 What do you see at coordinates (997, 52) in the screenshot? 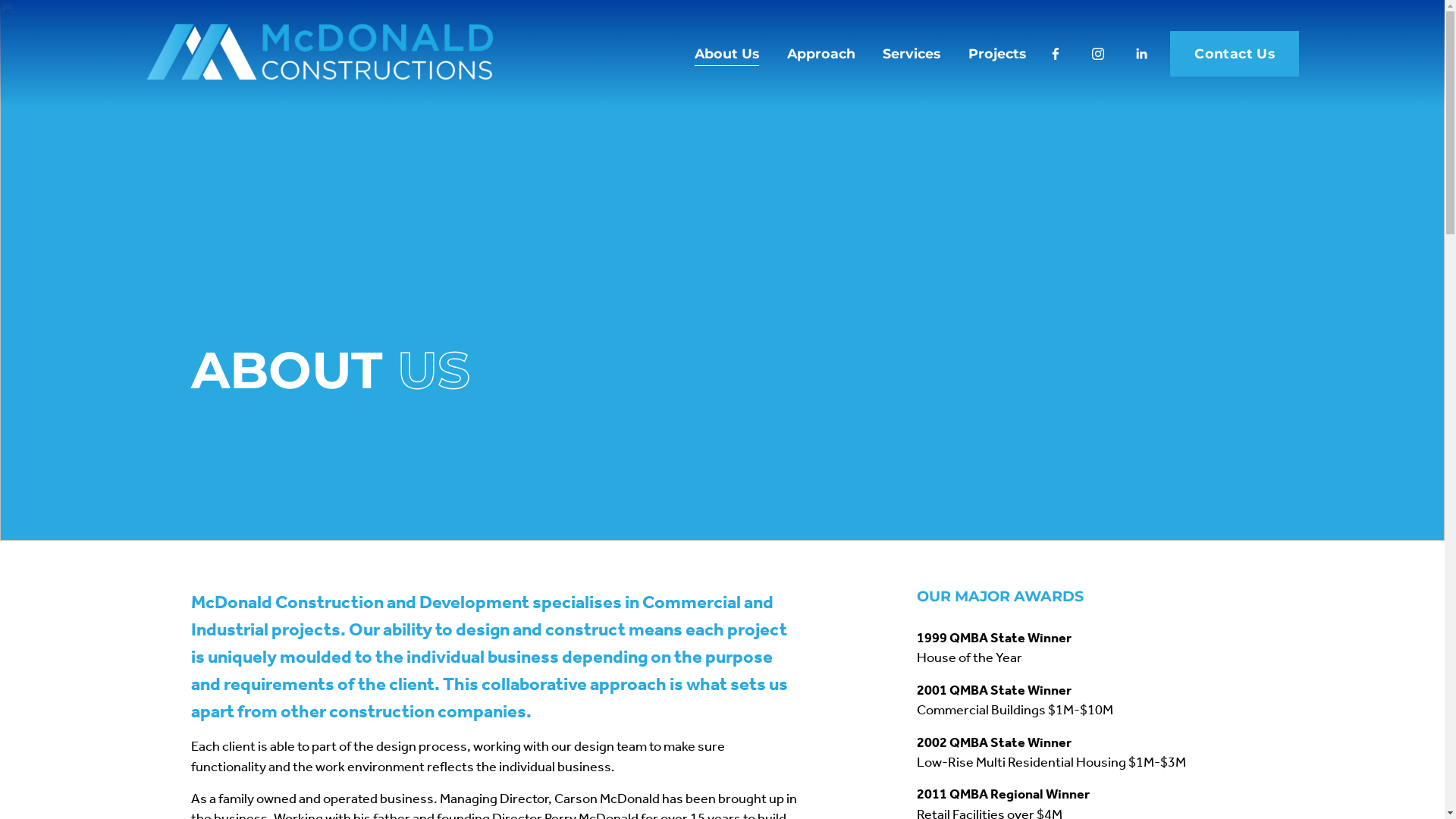
I see `'Projects'` at bounding box center [997, 52].